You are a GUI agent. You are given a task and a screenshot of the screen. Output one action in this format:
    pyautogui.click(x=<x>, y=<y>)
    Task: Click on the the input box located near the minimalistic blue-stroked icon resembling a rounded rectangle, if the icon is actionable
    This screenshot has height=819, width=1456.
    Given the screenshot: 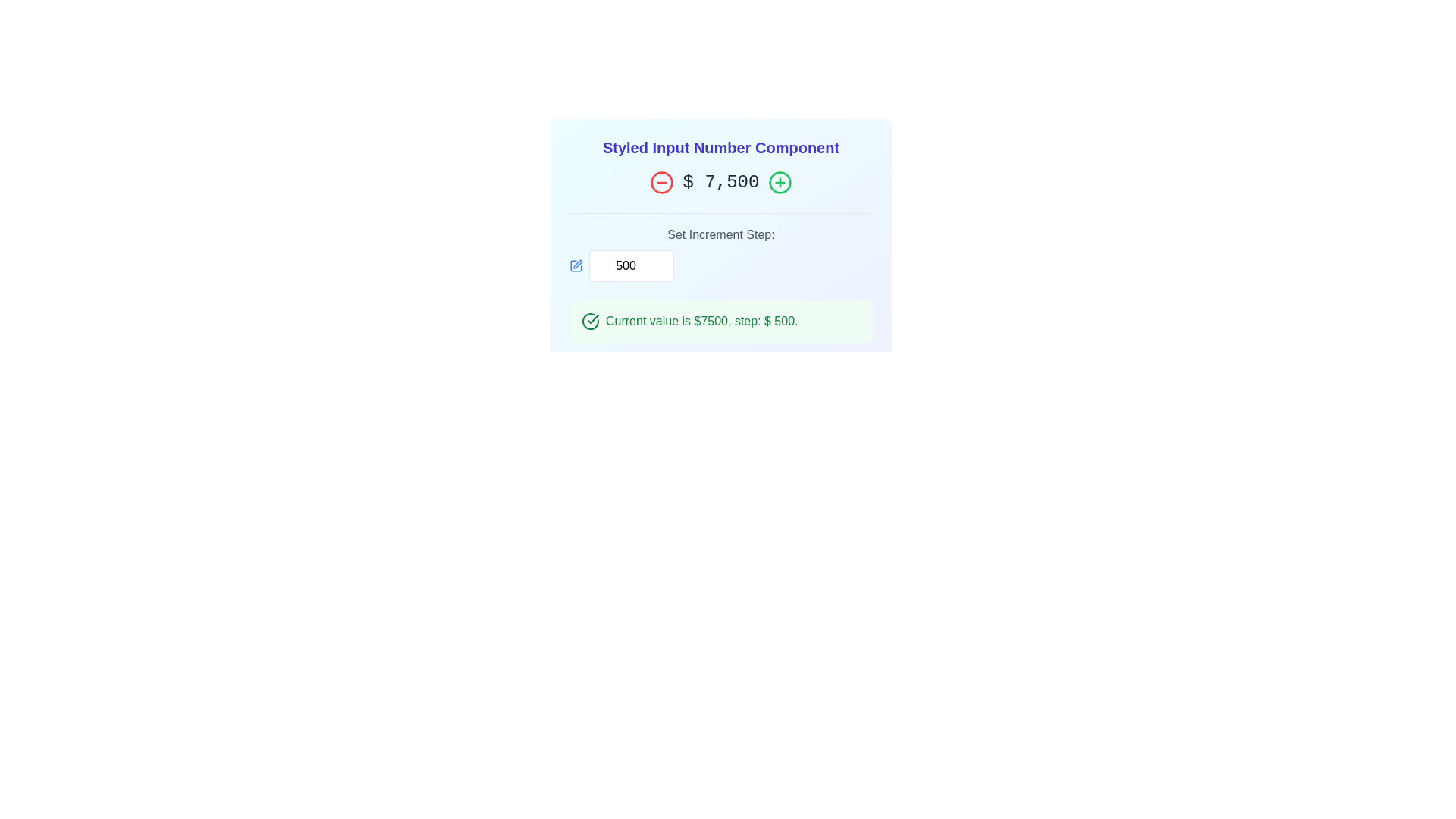 What is the action you would take?
    pyautogui.click(x=575, y=265)
    